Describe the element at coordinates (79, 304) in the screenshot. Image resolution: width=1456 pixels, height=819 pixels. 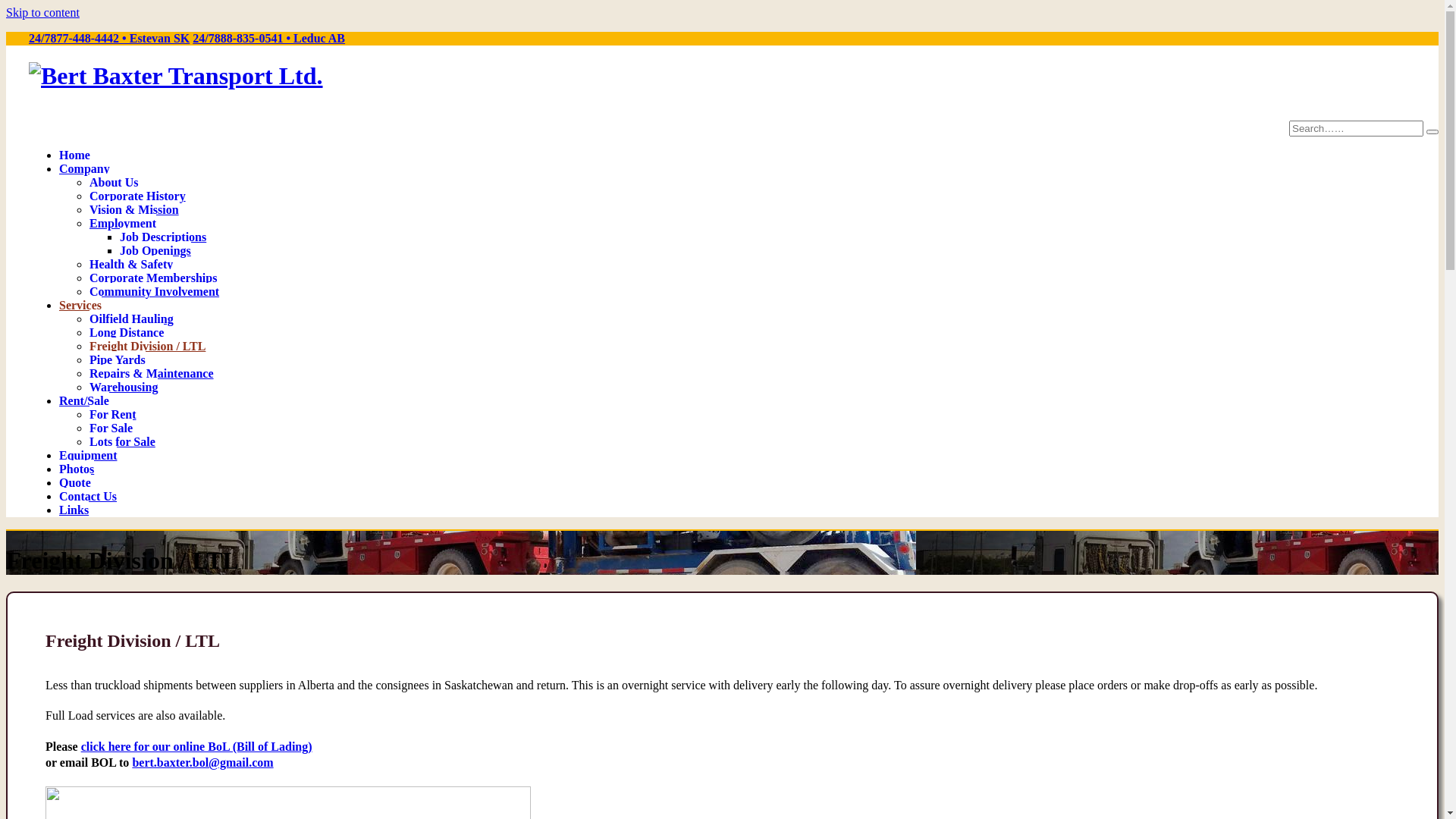
I see `'Services'` at that location.